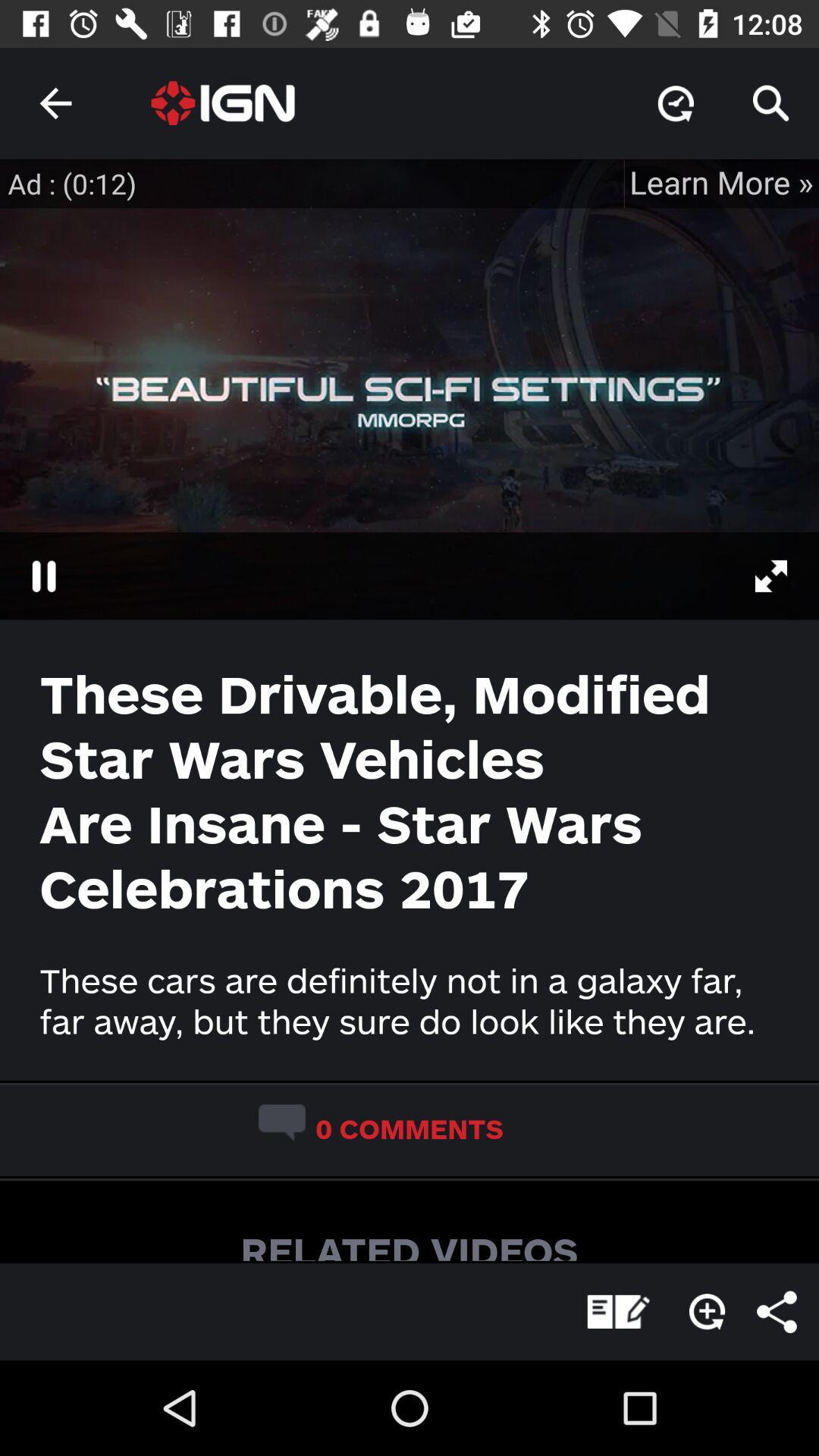 The width and height of the screenshot is (819, 1456). What do you see at coordinates (42, 575) in the screenshot?
I see `the pause icon` at bounding box center [42, 575].